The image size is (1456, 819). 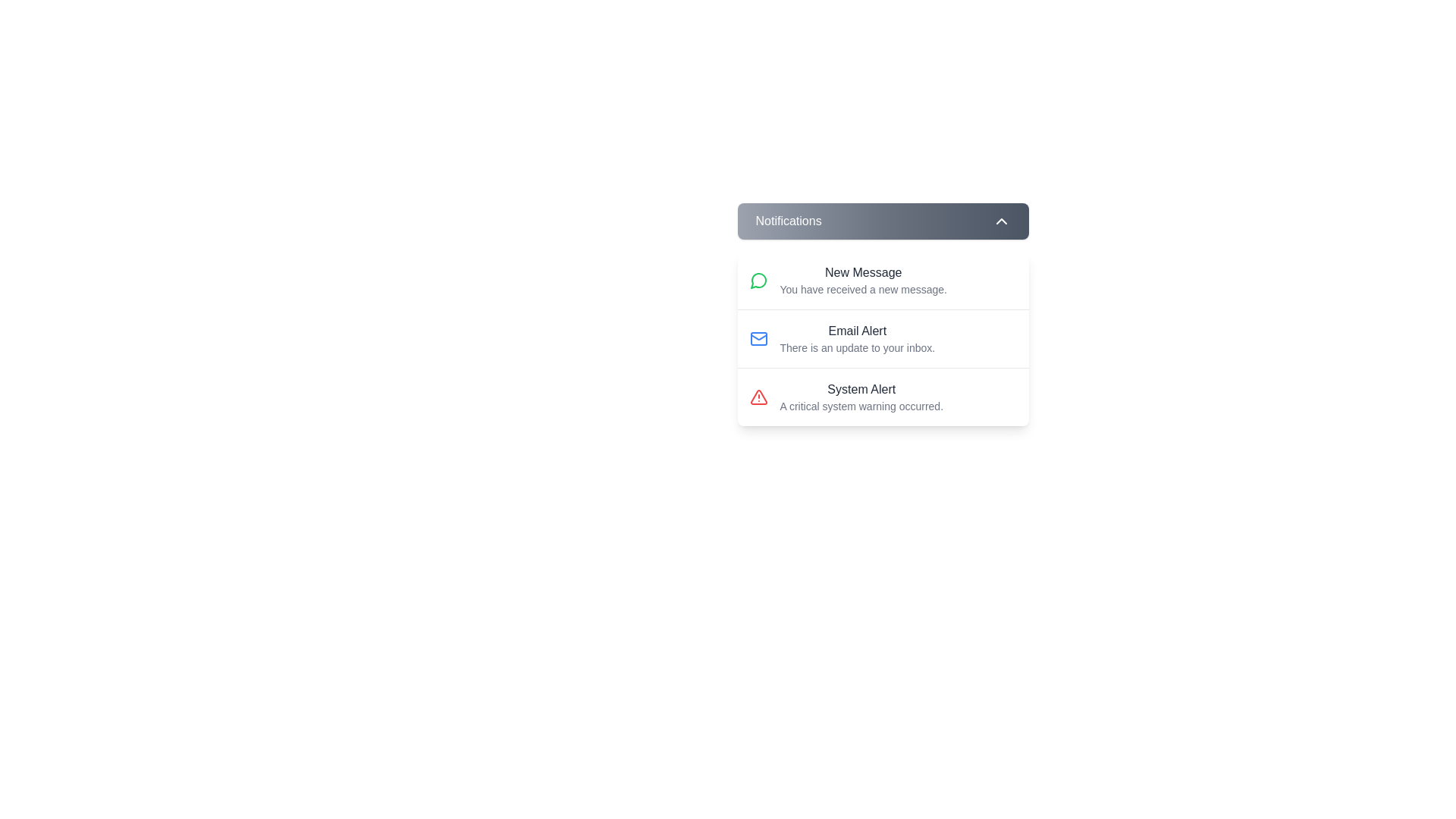 I want to click on text element displaying 'There is an update to your inbox.' located below the 'Email Alert' title within the notification card, so click(x=857, y=348).